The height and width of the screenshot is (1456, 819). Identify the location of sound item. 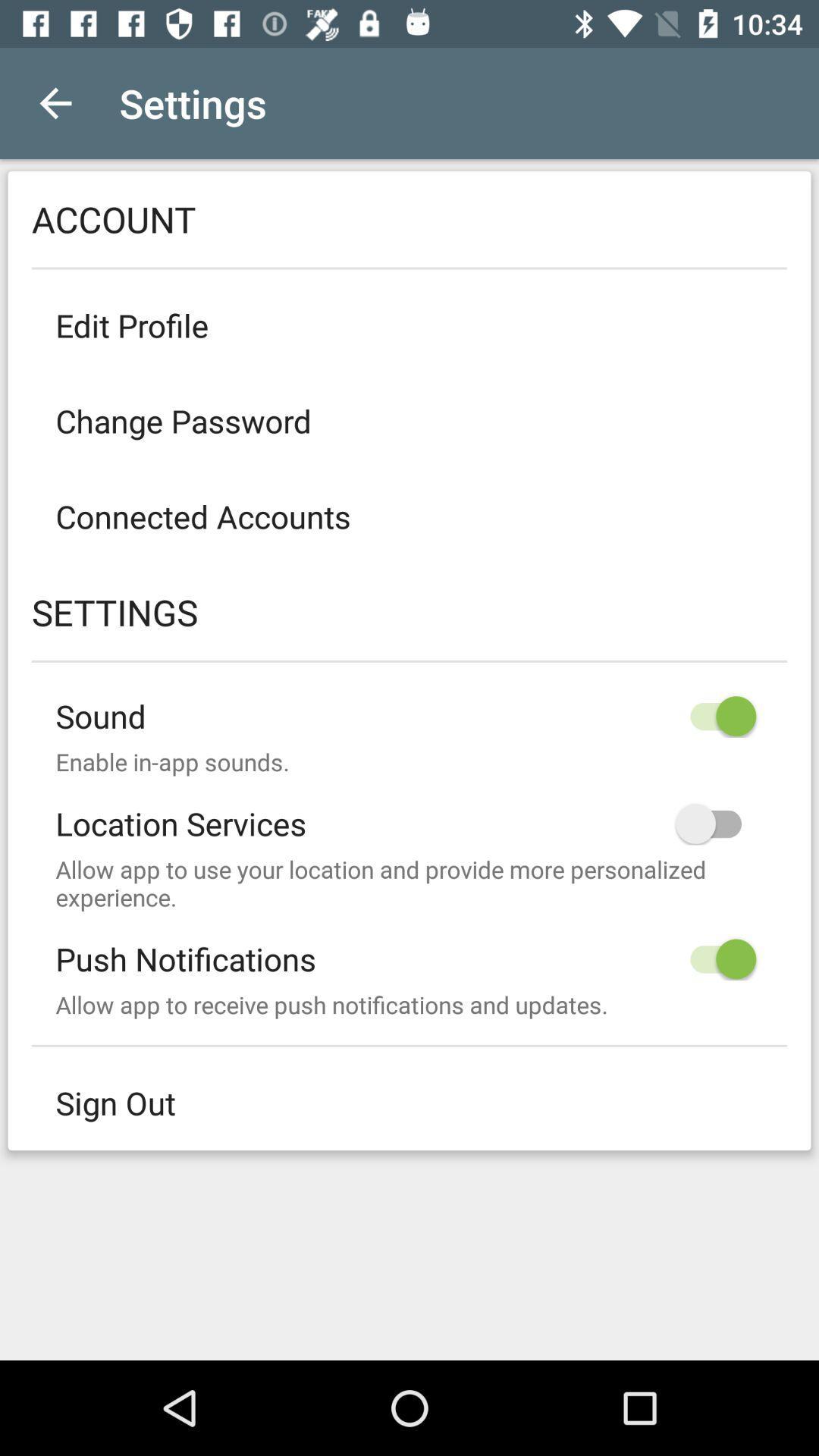
(409, 703).